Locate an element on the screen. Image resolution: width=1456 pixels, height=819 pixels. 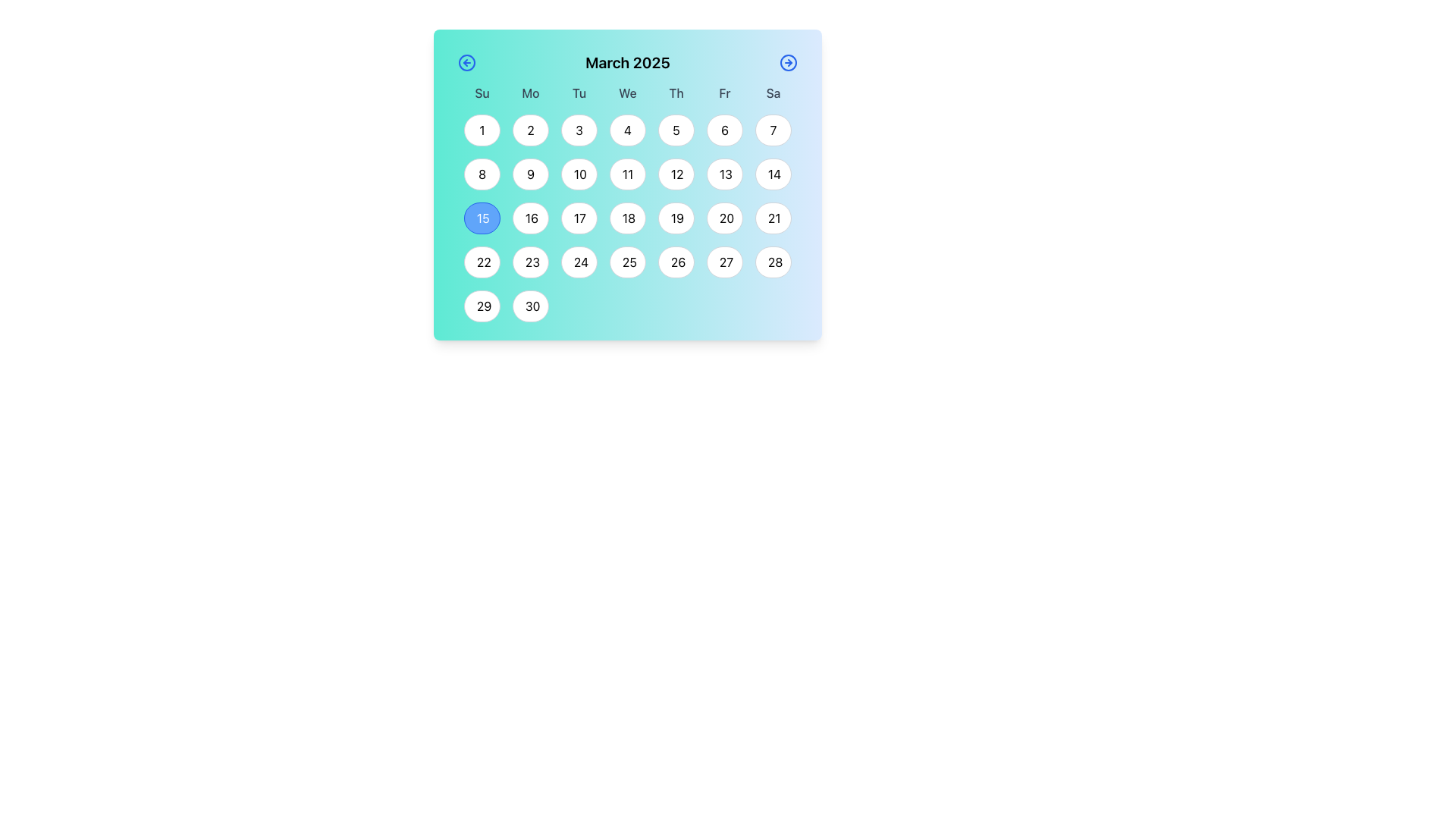
the date selection button located in the seventh column of the fourth row of the calendar grid for a visual effect is located at coordinates (773, 218).